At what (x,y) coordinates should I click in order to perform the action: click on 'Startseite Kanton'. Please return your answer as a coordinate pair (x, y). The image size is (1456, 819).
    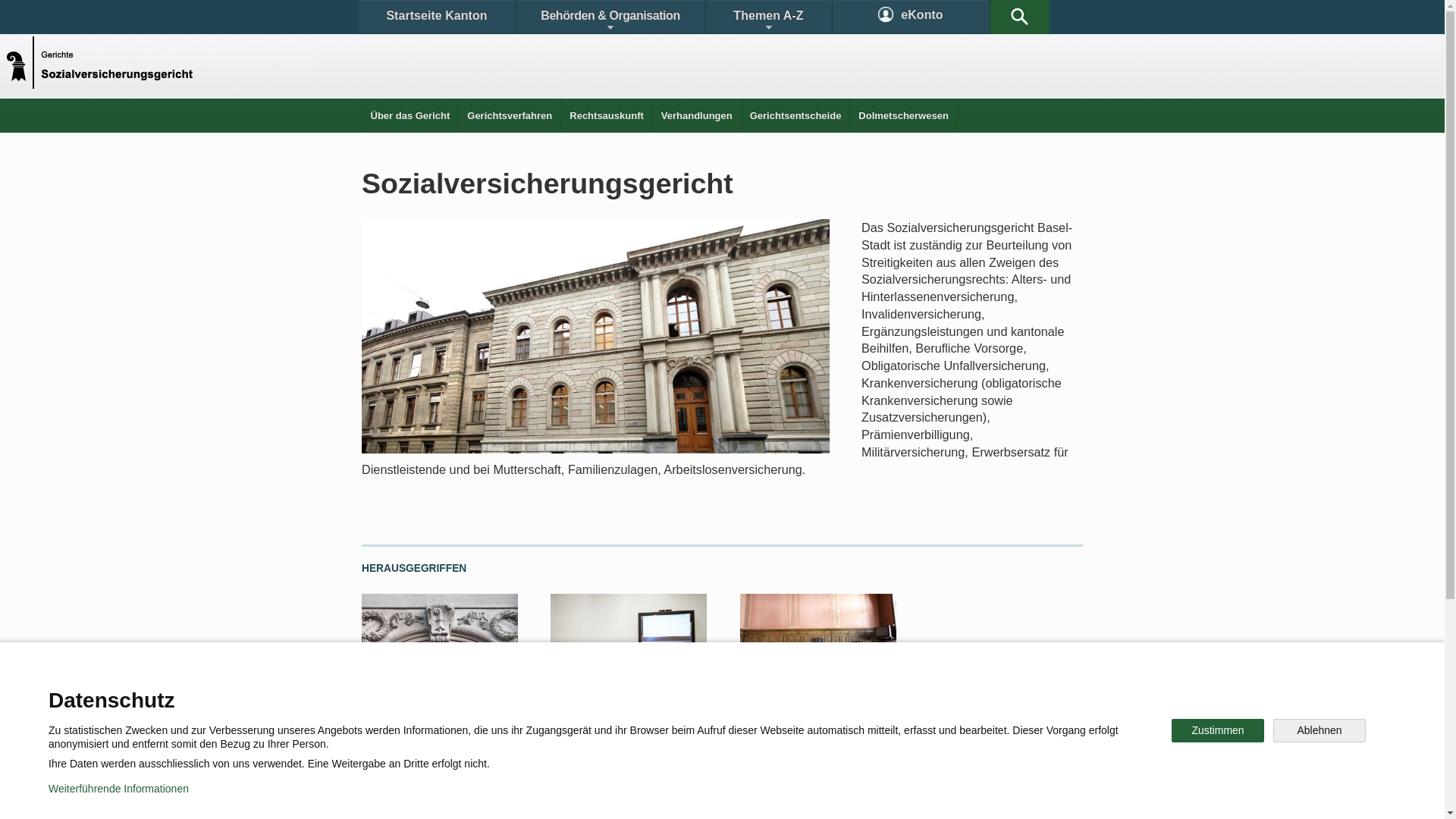
    Looking at the image, I should click on (435, 17).